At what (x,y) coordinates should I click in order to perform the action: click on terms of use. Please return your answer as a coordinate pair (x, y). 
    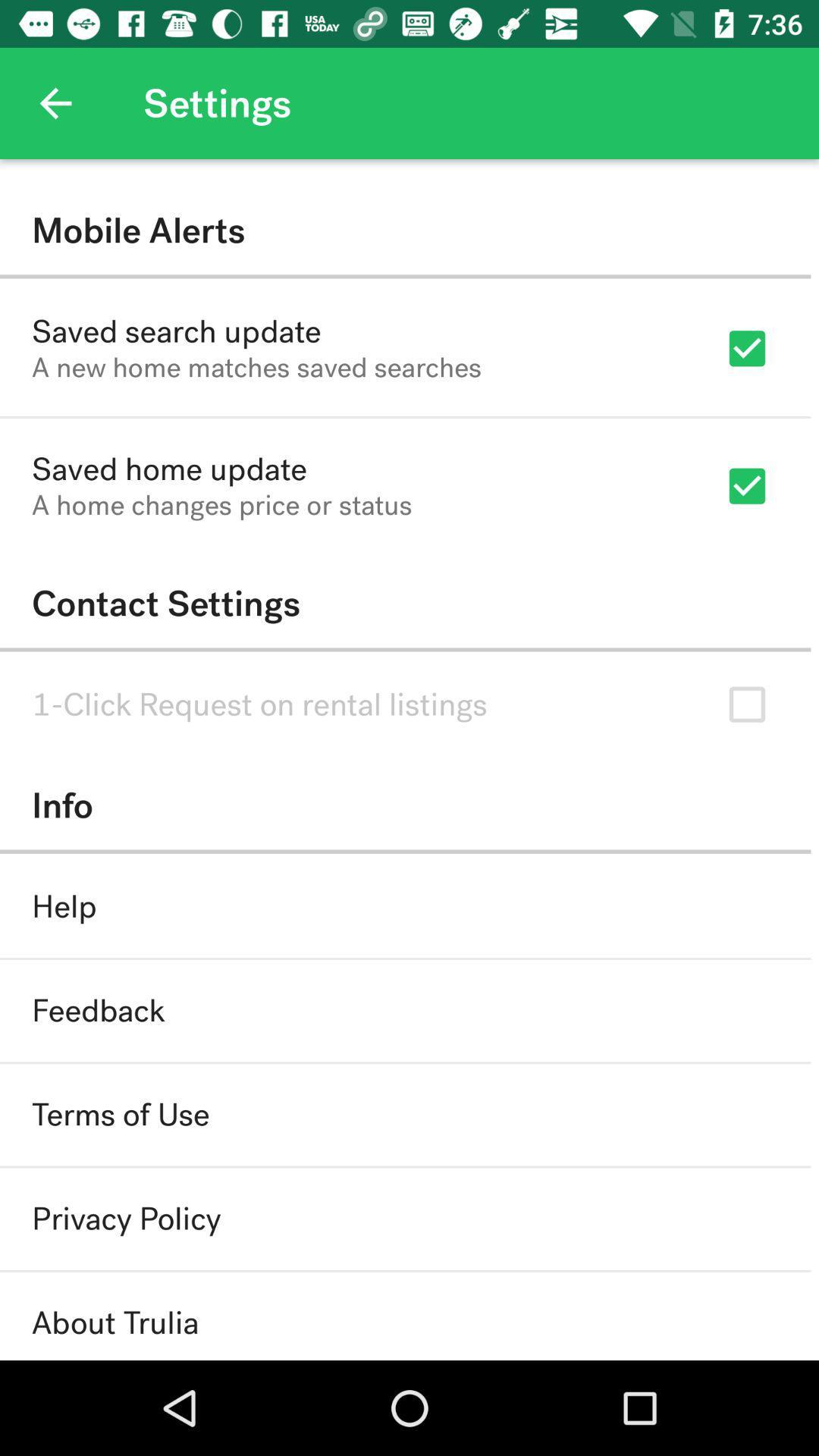
    Looking at the image, I should click on (120, 1115).